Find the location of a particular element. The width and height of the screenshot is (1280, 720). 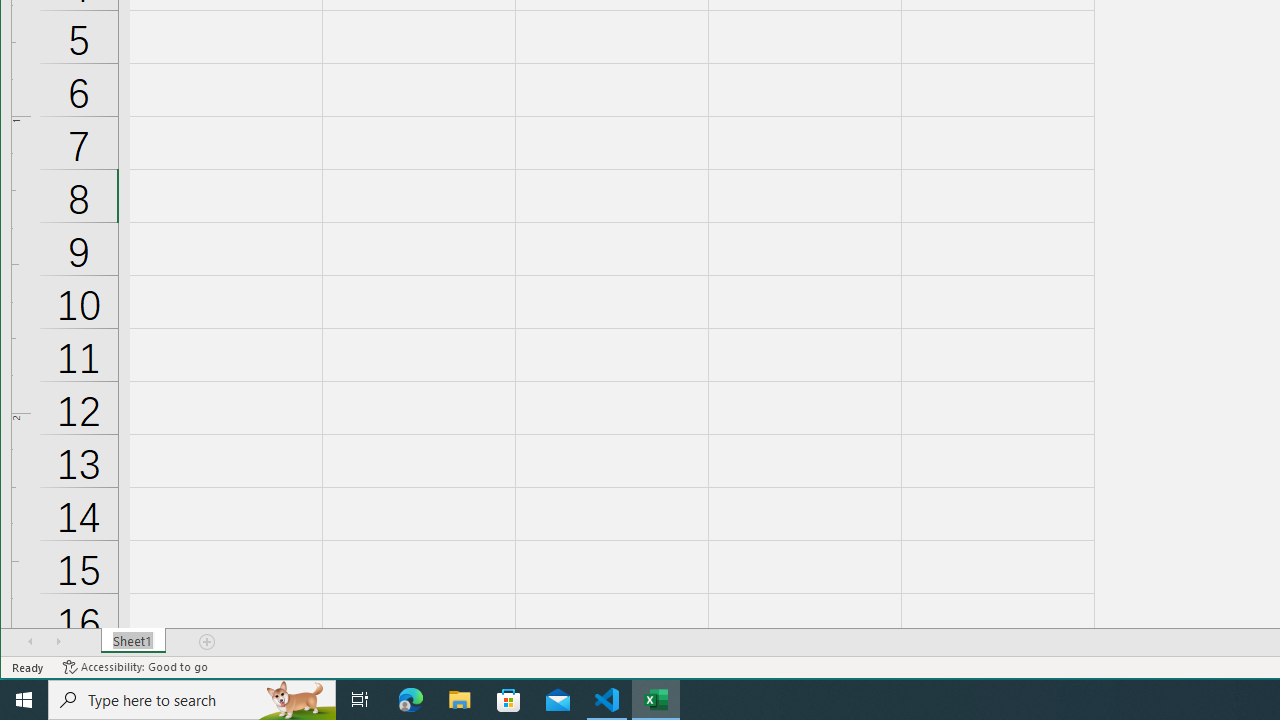

'File Explorer' is located at coordinates (459, 698).